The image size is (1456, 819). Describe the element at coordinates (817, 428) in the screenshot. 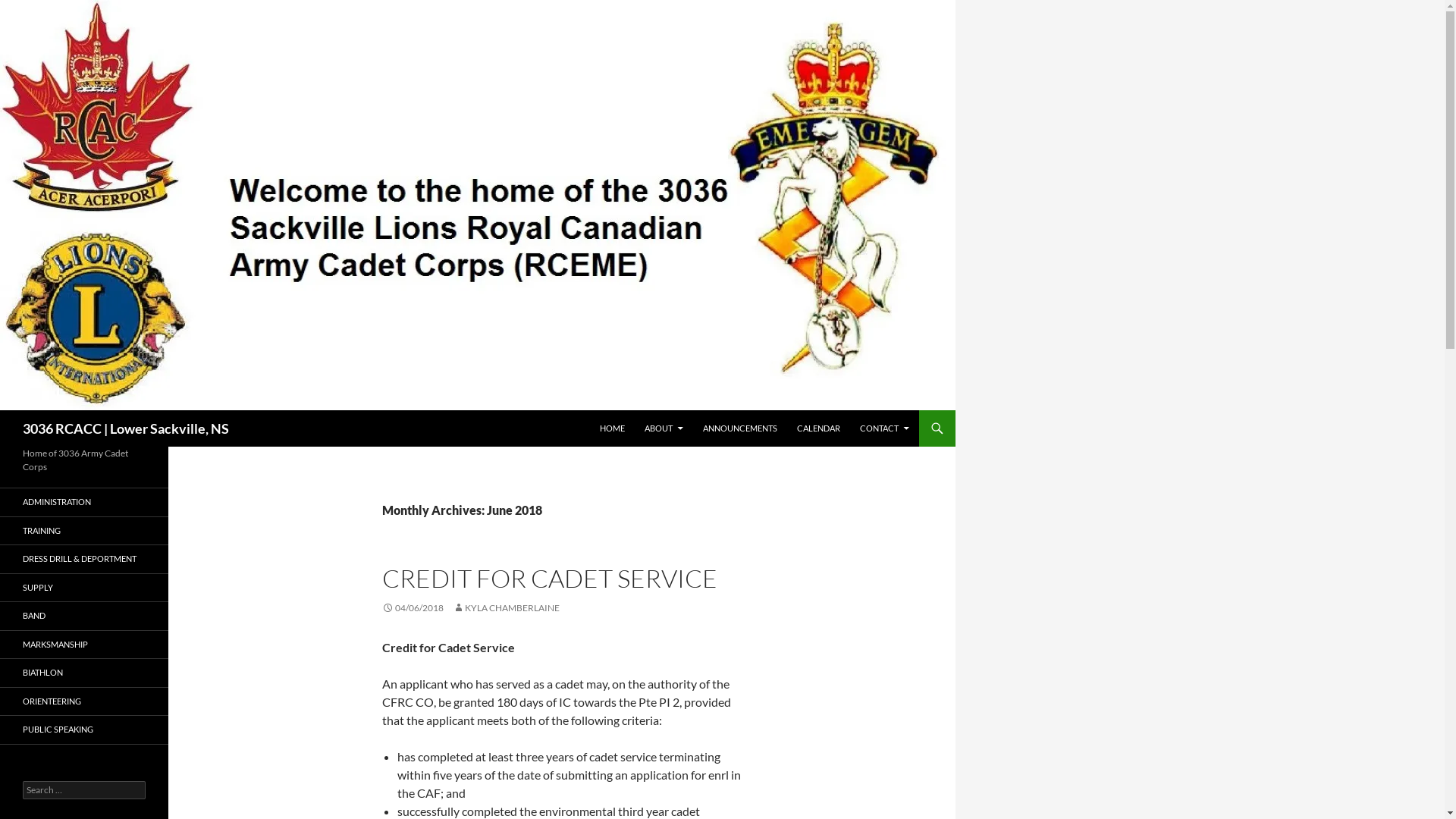

I see `'CALENDAR'` at that location.